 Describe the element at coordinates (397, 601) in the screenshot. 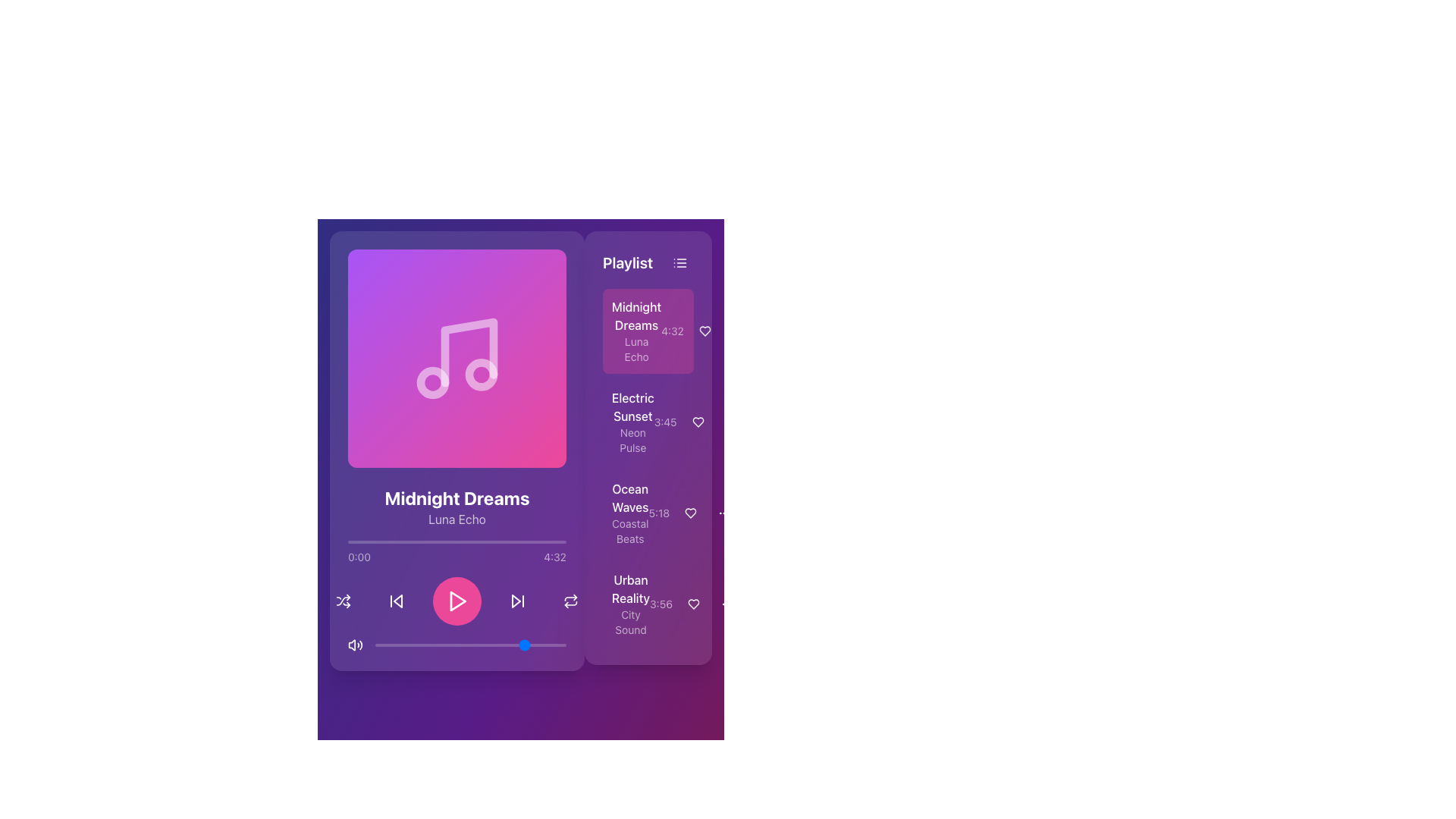

I see `the Icon button that allows users` at that location.